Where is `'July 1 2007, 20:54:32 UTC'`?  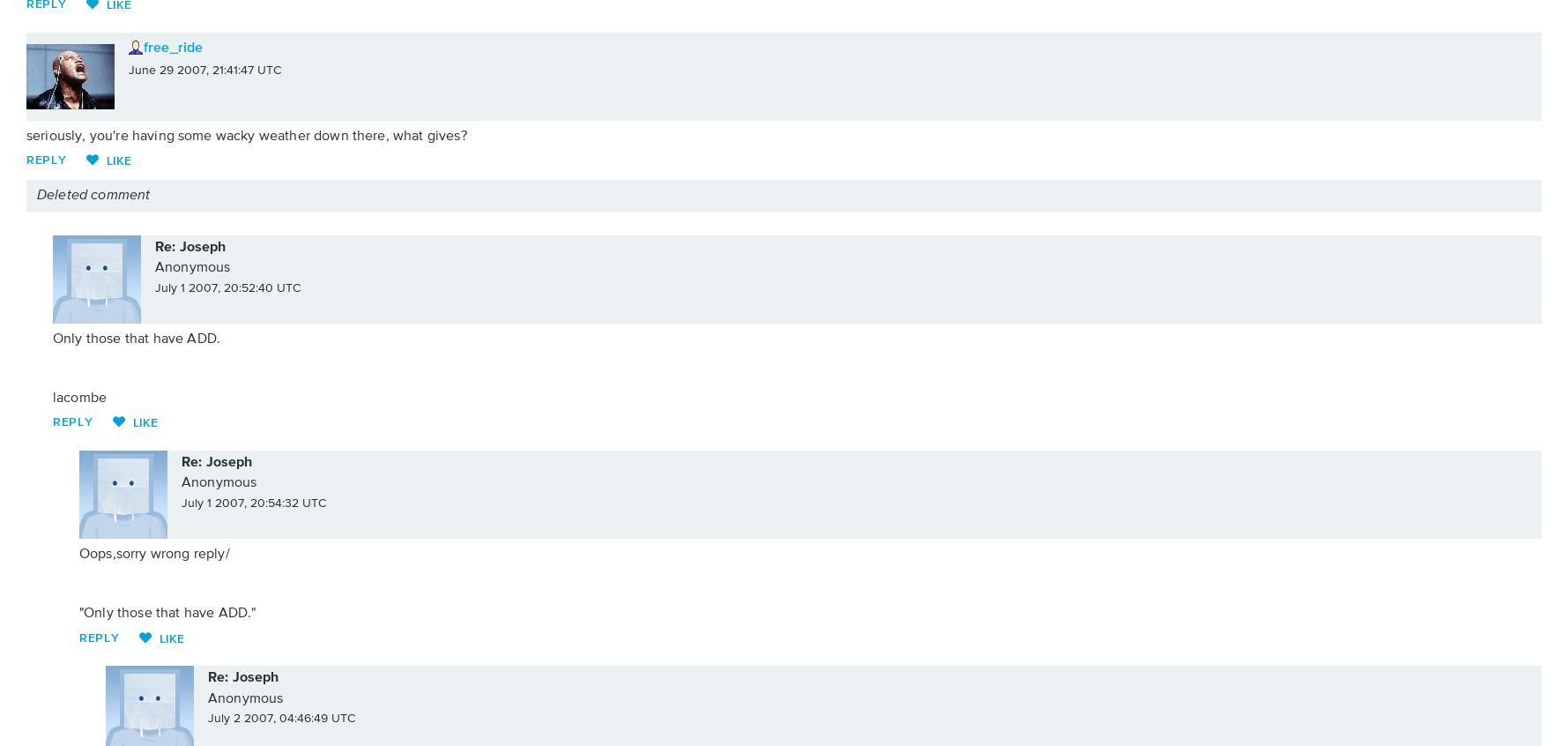
'July 1 2007, 20:54:32 UTC' is located at coordinates (254, 502).